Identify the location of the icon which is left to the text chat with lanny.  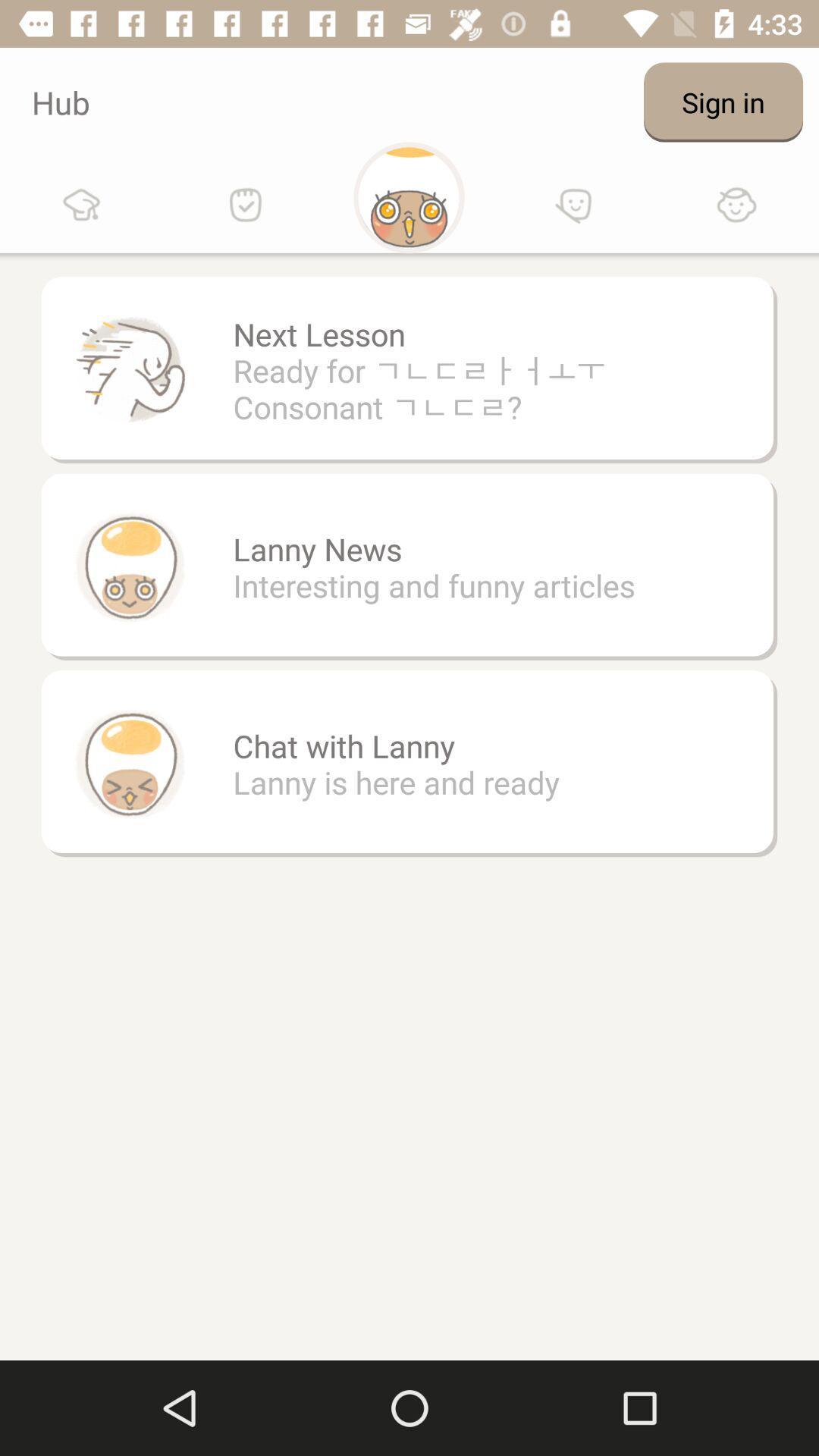
(128, 764).